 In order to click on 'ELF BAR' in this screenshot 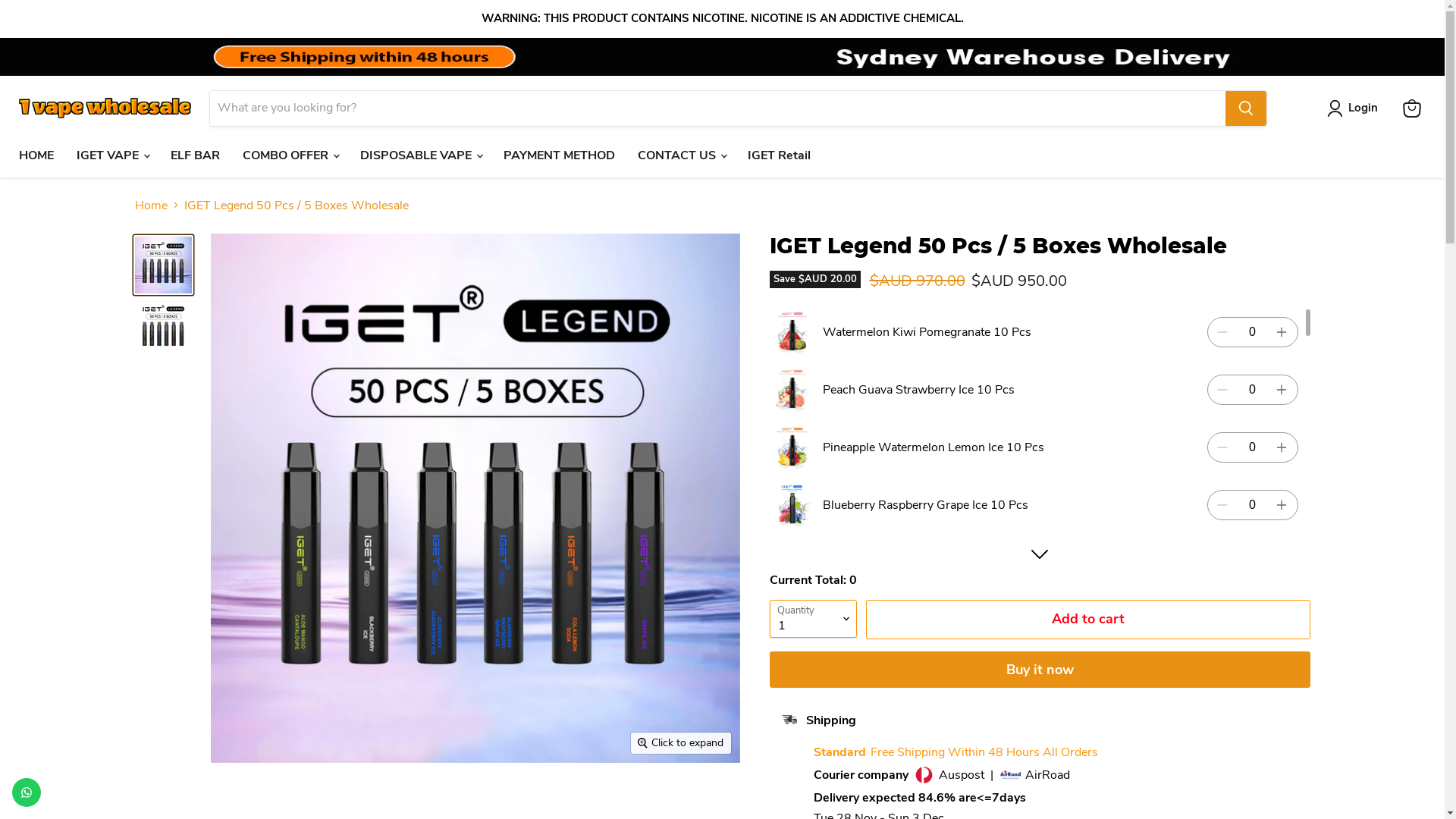, I will do `click(194, 155)`.